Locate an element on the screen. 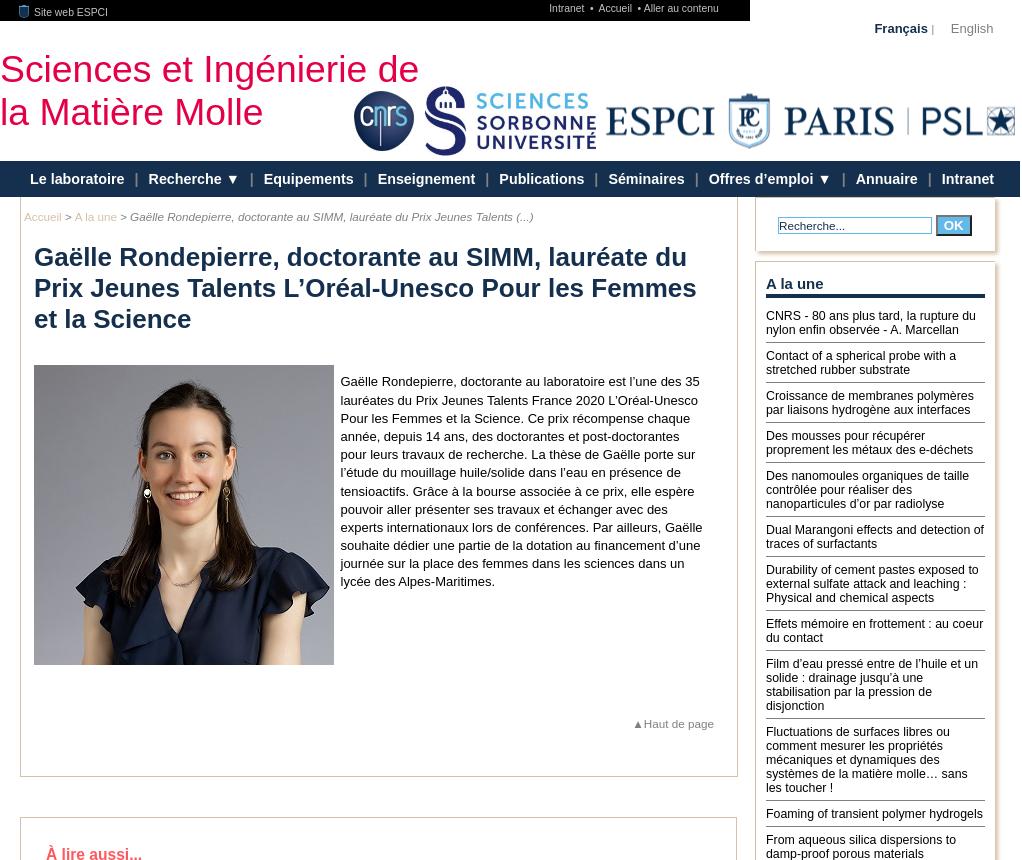 This screenshot has width=1022, height=860. 'English' is located at coordinates (949, 27).